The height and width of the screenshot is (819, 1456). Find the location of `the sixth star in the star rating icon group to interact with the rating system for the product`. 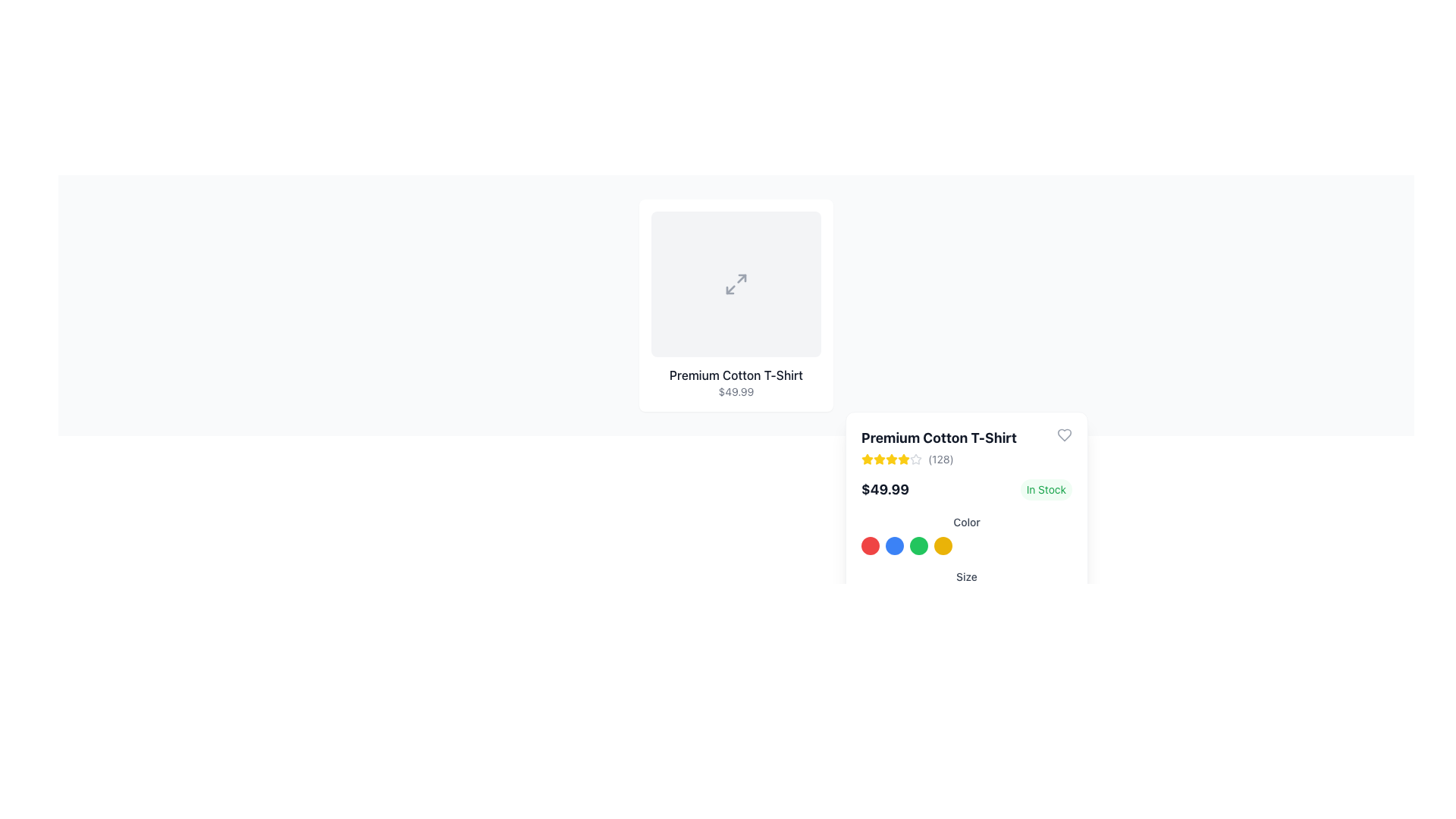

the sixth star in the star rating icon group to interact with the rating system for the product is located at coordinates (903, 458).